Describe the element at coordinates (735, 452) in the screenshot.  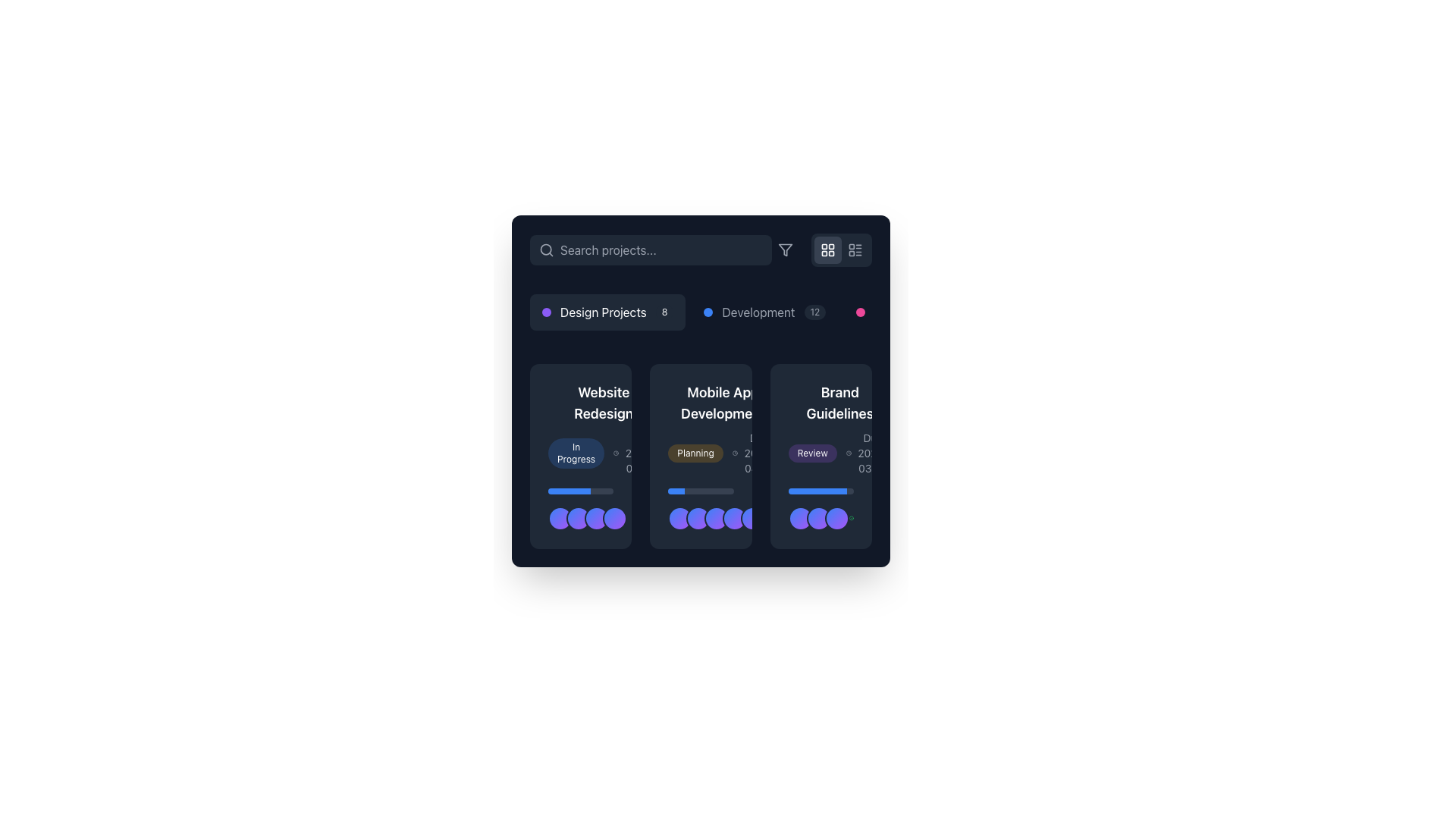
I see `the small clock icon with a circular outline located immediately to the left of the text 'Due 2024-04-01'` at that location.